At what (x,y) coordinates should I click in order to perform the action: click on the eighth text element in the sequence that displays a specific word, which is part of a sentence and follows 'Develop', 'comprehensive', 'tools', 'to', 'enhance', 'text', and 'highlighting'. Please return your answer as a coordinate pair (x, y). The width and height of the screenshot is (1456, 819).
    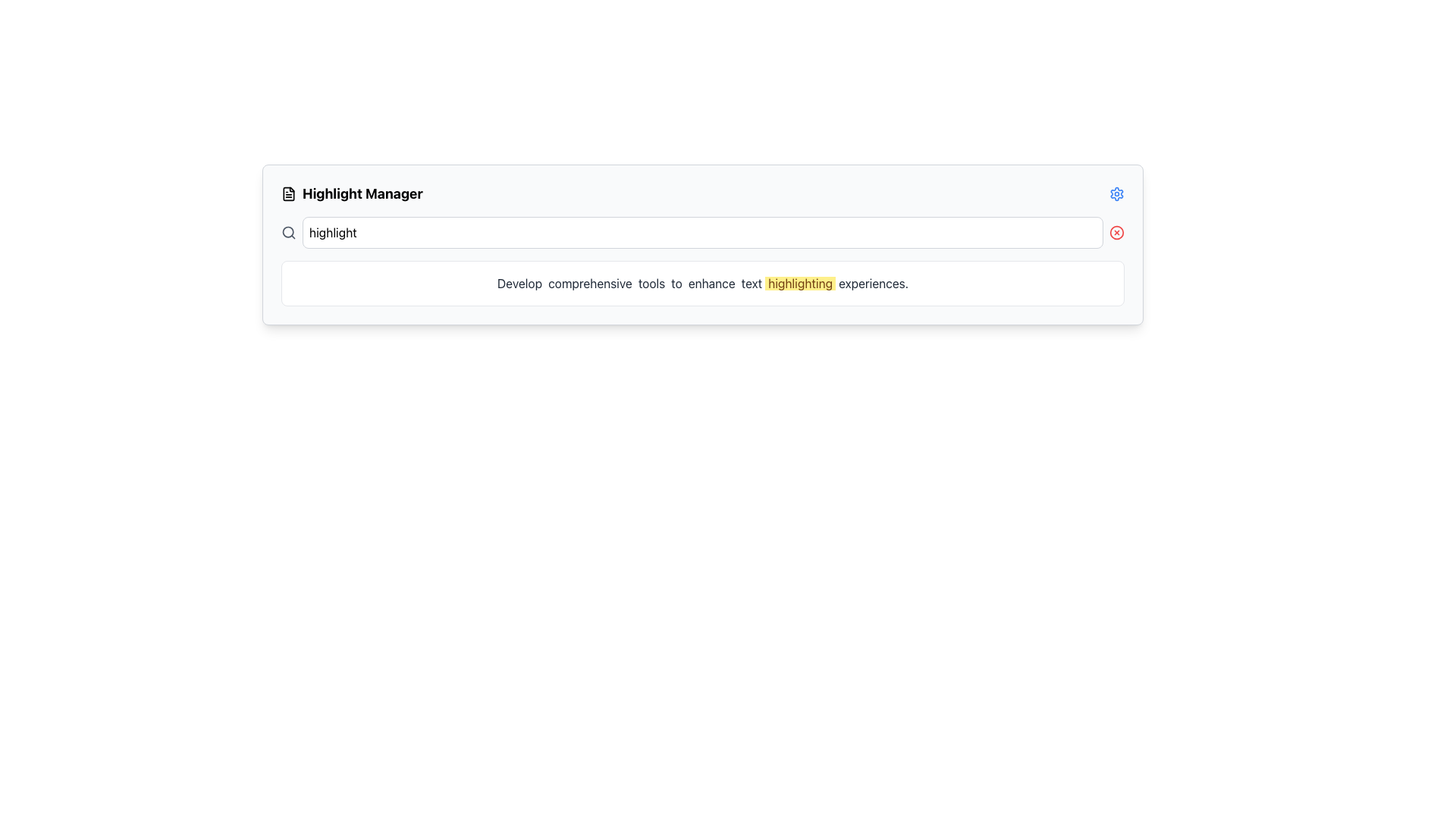
    Looking at the image, I should click on (874, 284).